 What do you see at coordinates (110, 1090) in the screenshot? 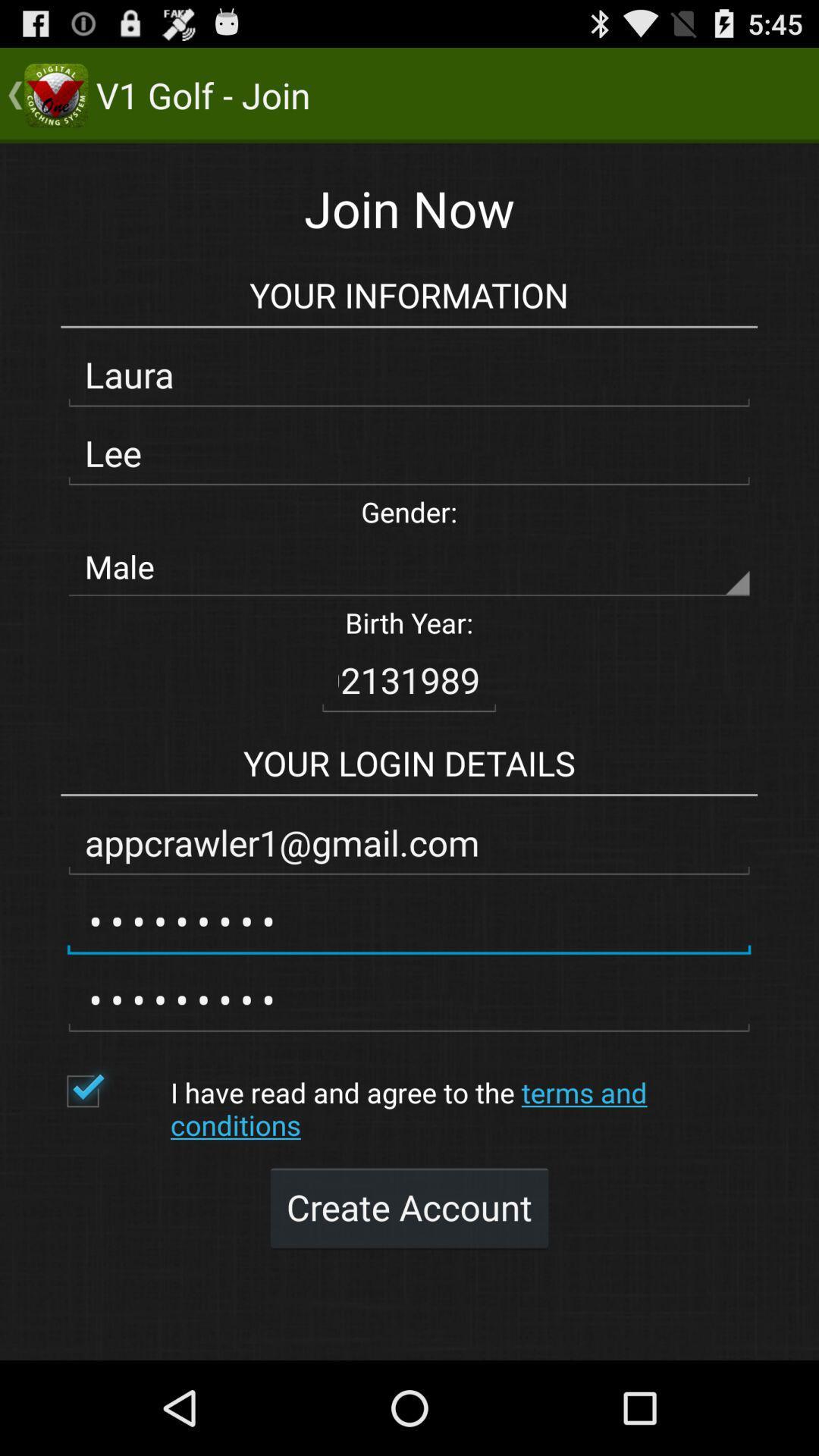
I see `check agreement to the terms and conditions` at bounding box center [110, 1090].